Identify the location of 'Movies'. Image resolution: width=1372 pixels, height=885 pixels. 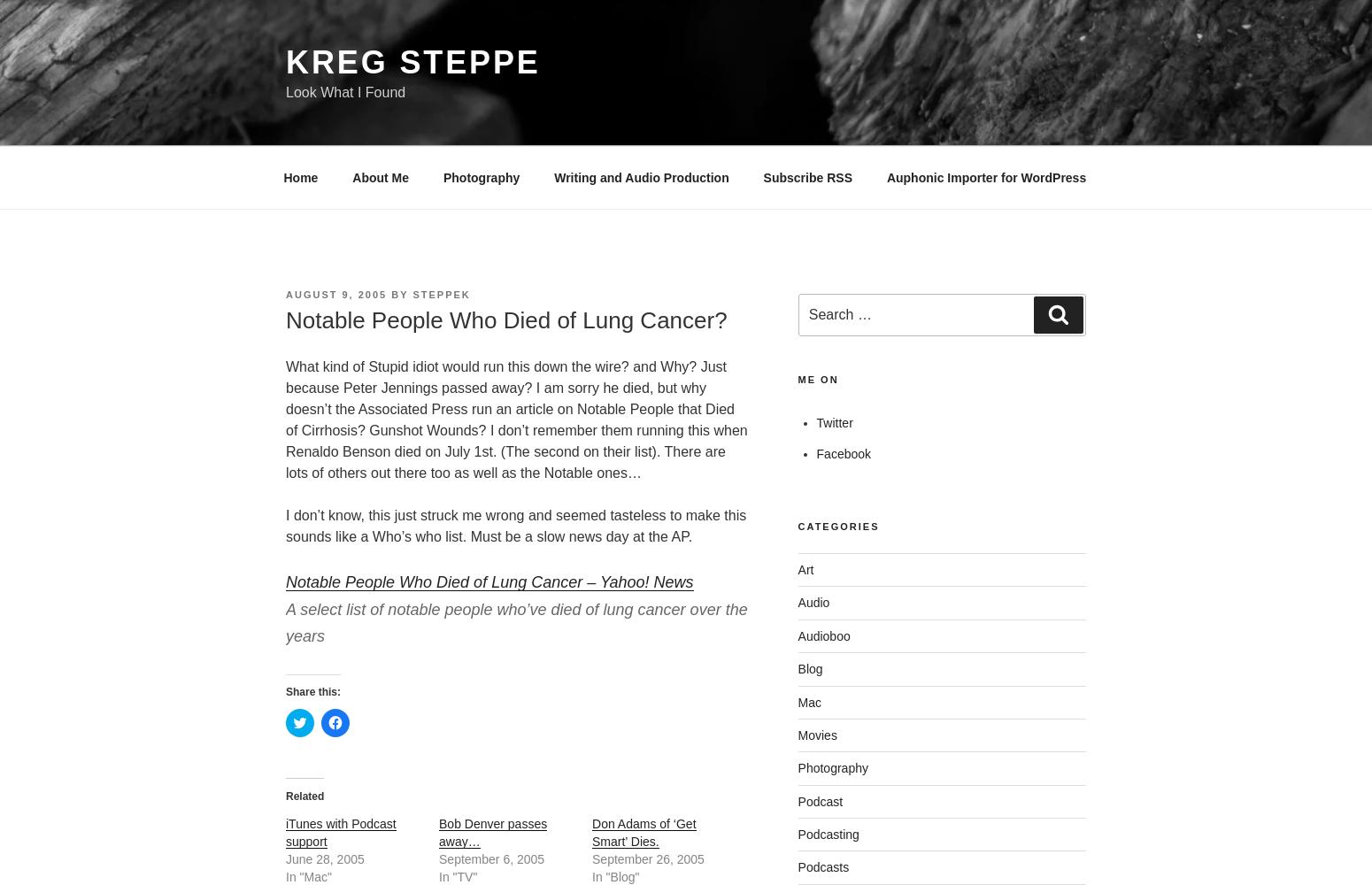
(817, 734).